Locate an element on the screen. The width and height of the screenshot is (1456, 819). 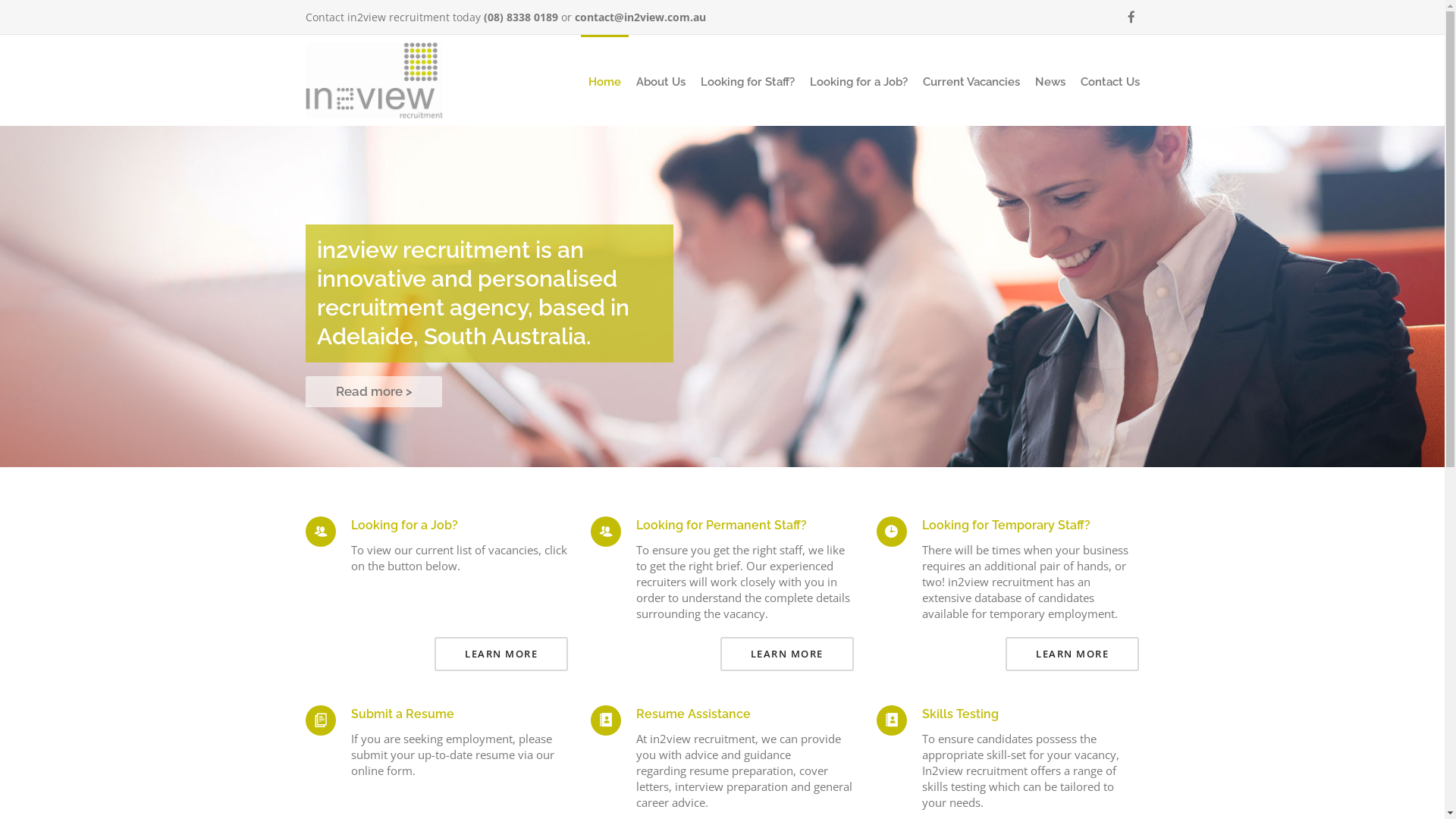
'Looking for Permanent Staff?' is located at coordinates (720, 524).